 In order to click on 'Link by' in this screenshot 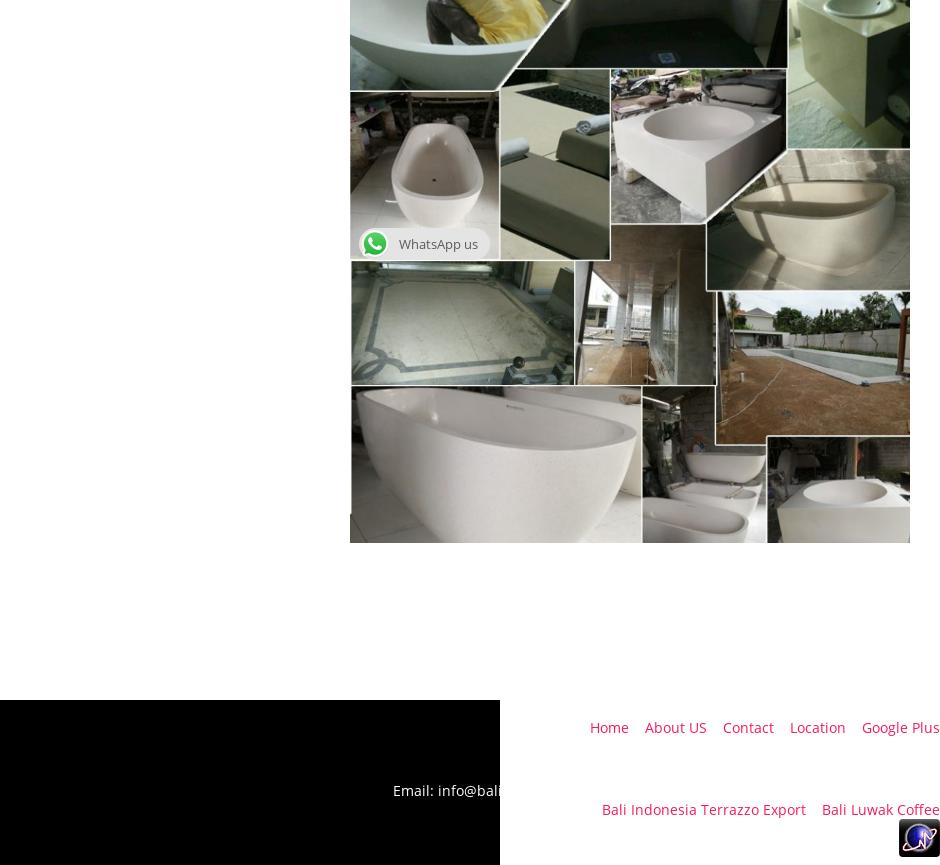, I will do `click(576, 808)`.